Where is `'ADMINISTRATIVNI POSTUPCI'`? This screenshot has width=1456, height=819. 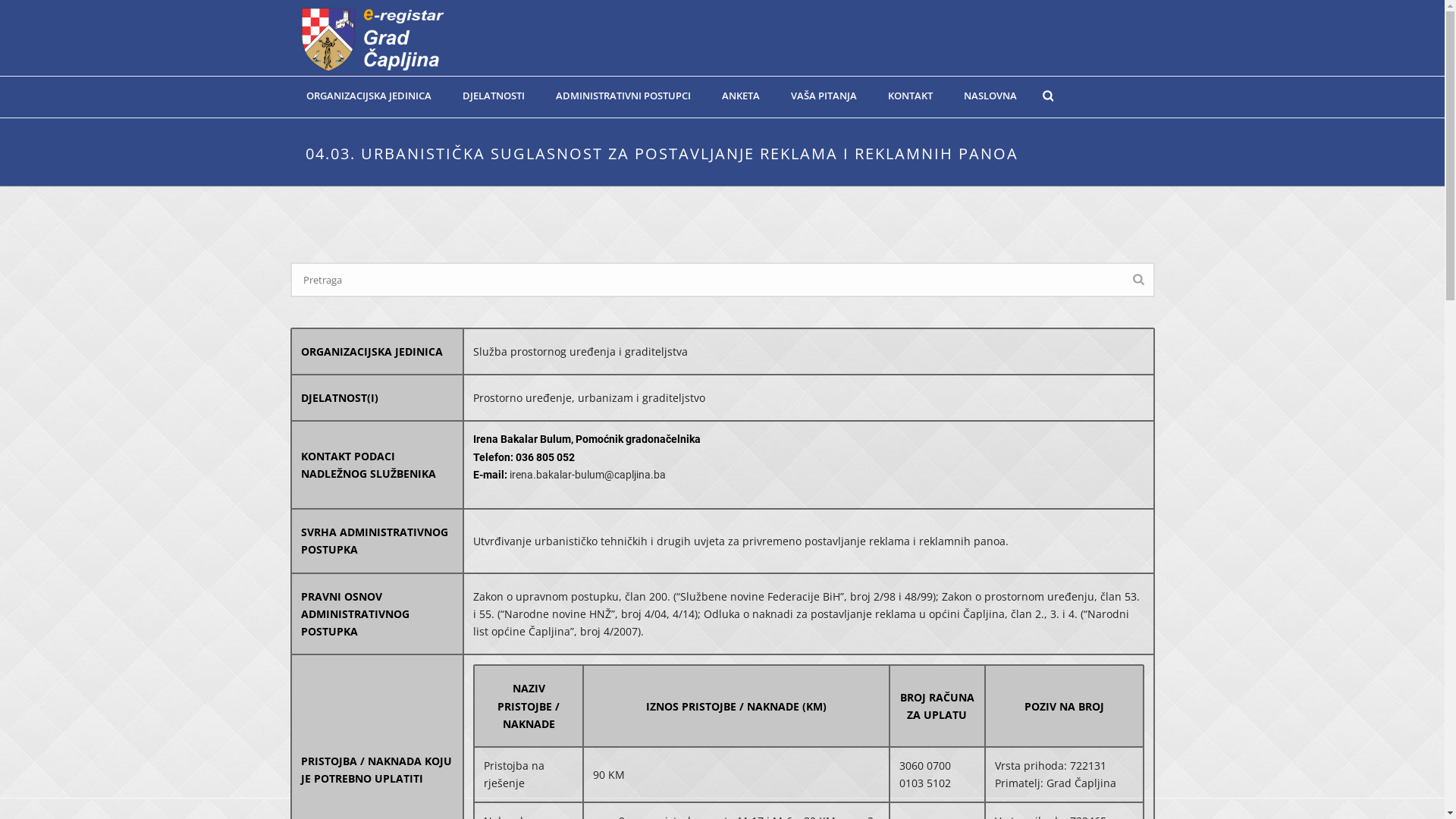
'ADMINISTRATIVNI POSTUPCI' is located at coordinates (622, 96).